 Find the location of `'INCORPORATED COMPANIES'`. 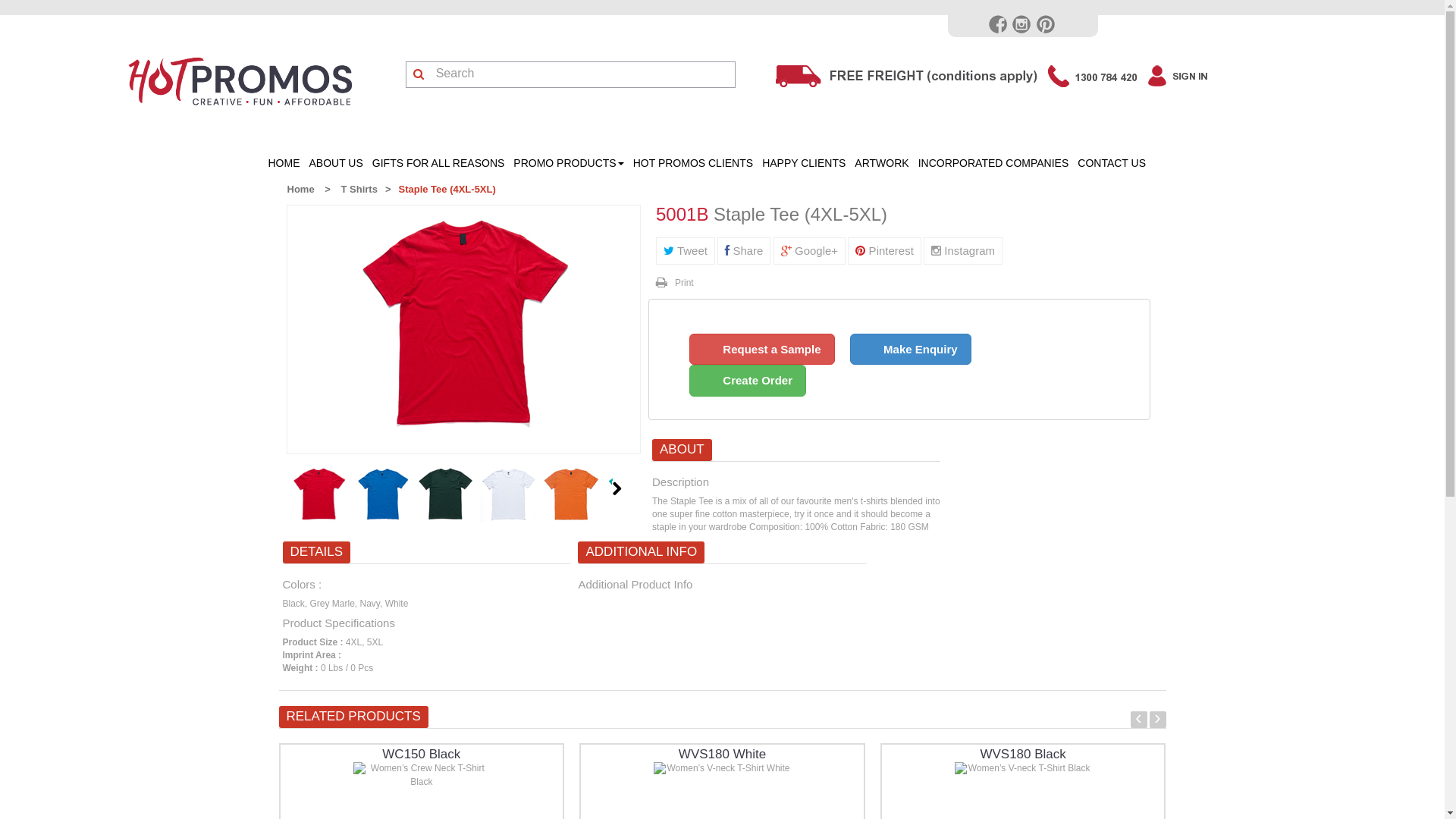

'INCORPORATED COMPANIES' is located at coordinates (993, 163).